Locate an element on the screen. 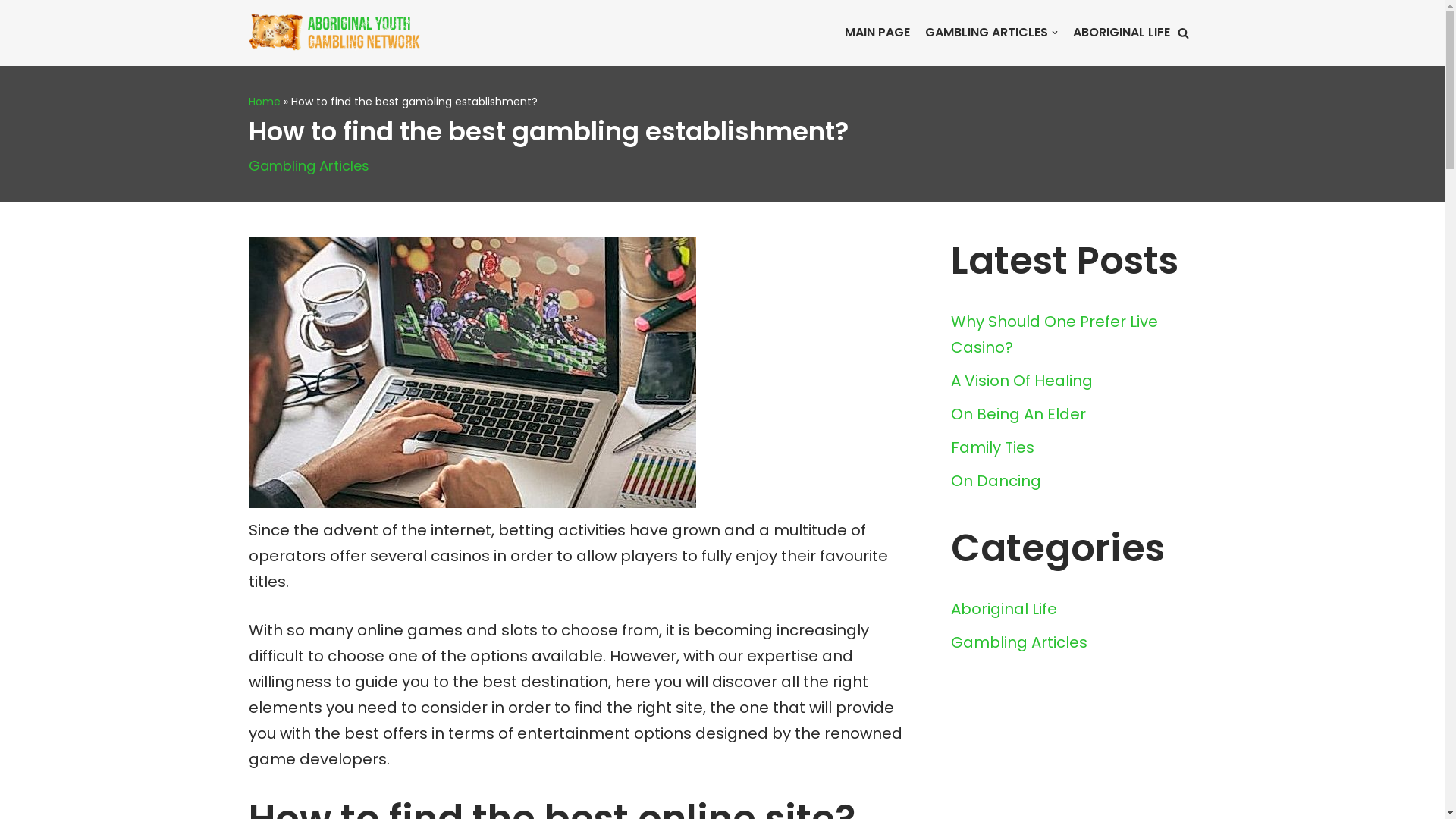 Image resolution: width=1456 pixels, height=819 pixels. 'On Being An Elder' is located at coordinates (1018, 414).